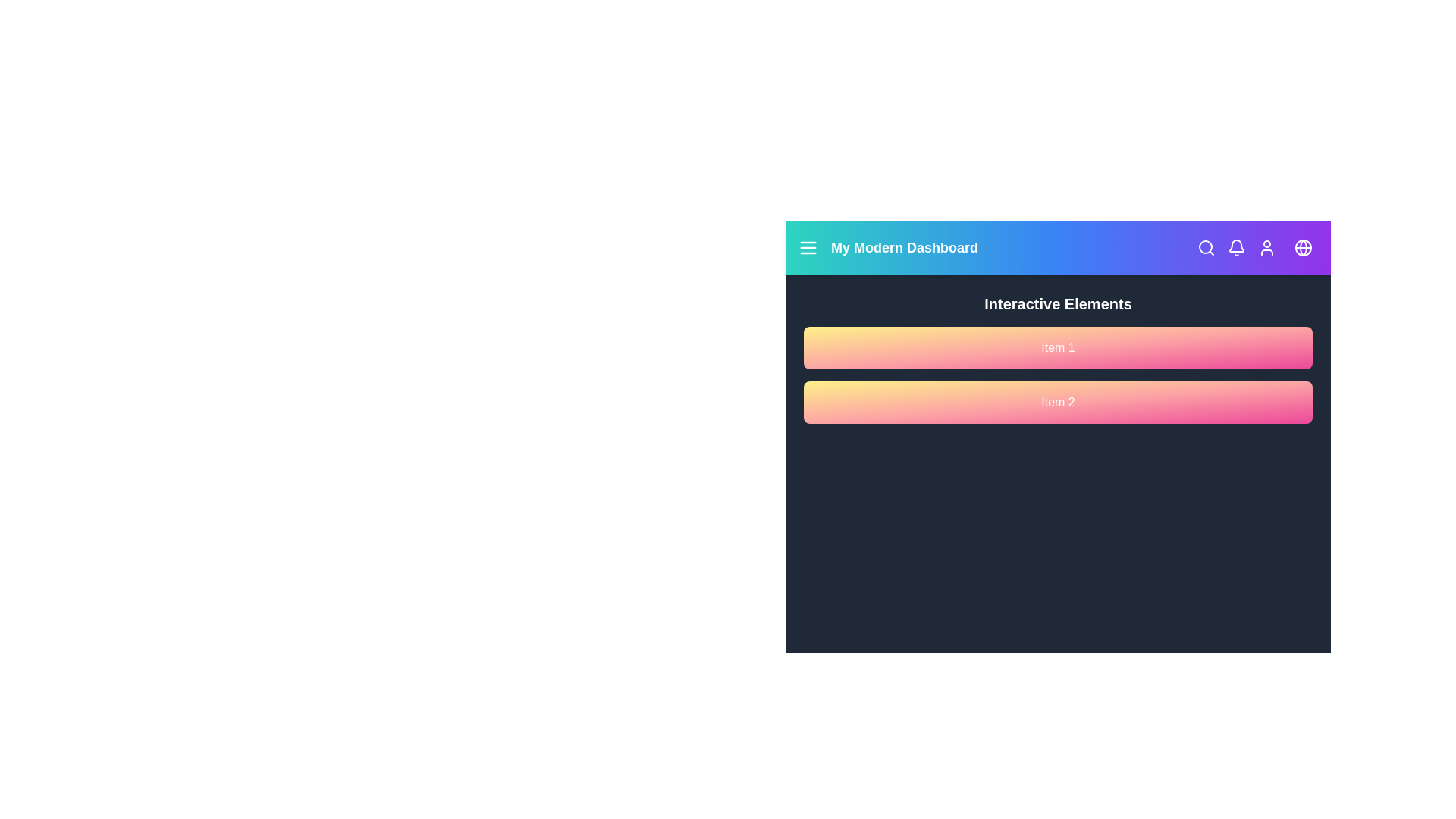 The width and height of the screenshot is (1456, 819). Describe the element at coordinates (1302, 247) in the screenshot. I see `the button with the globe or calendar icon to toggle dark mode` at that location.